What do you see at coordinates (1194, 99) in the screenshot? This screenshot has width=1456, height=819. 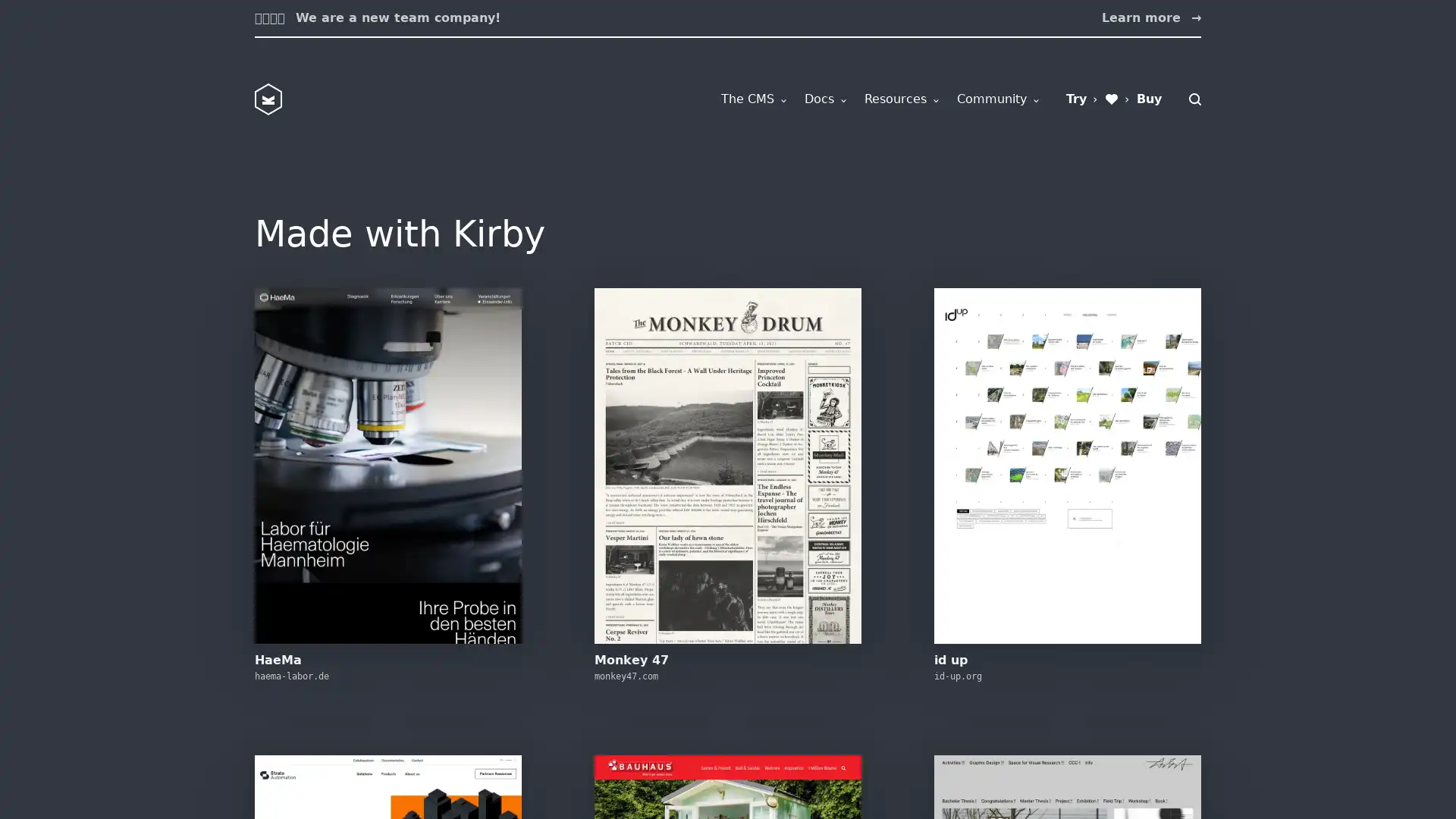 I see `Search` at bounding box center [1194, 99].